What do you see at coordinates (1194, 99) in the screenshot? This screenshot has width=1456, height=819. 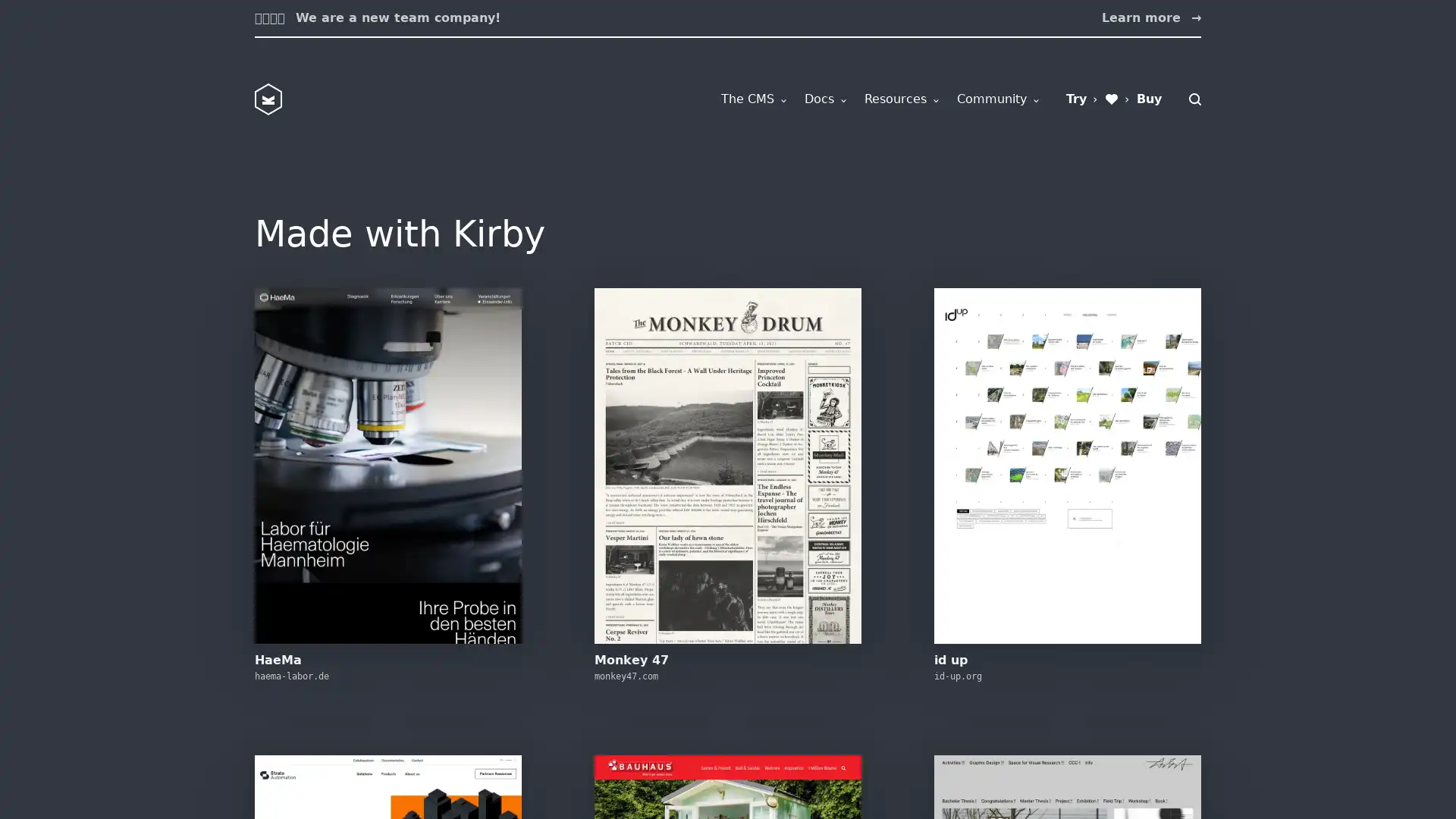 I see `Search` at bounding box center [1194, 99].